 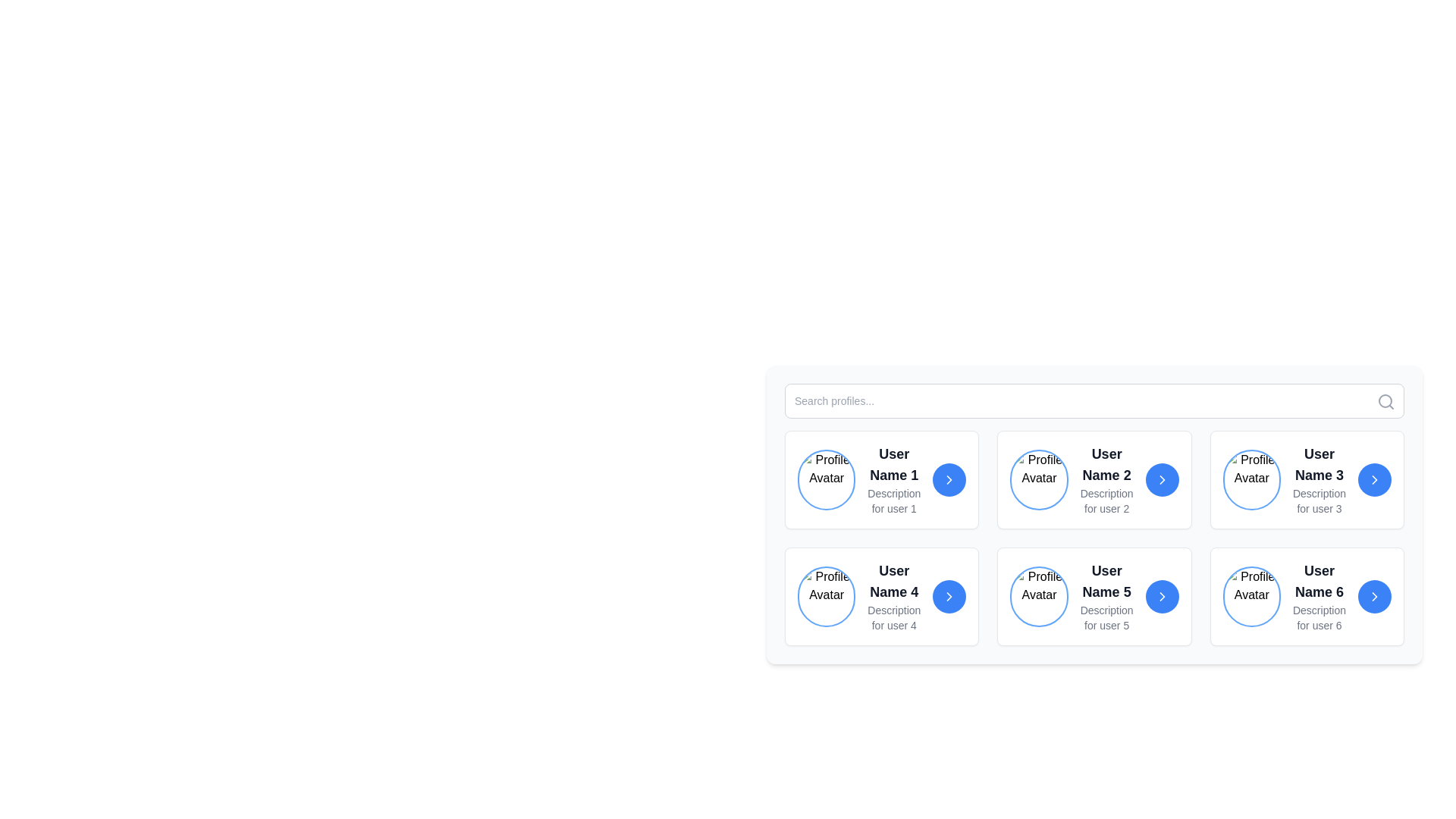 I want to click on the static text block displaying 'Description for user 3', which is positioned beneath 'User Name 3' in the user card layout, so click(x=1318, y=500).